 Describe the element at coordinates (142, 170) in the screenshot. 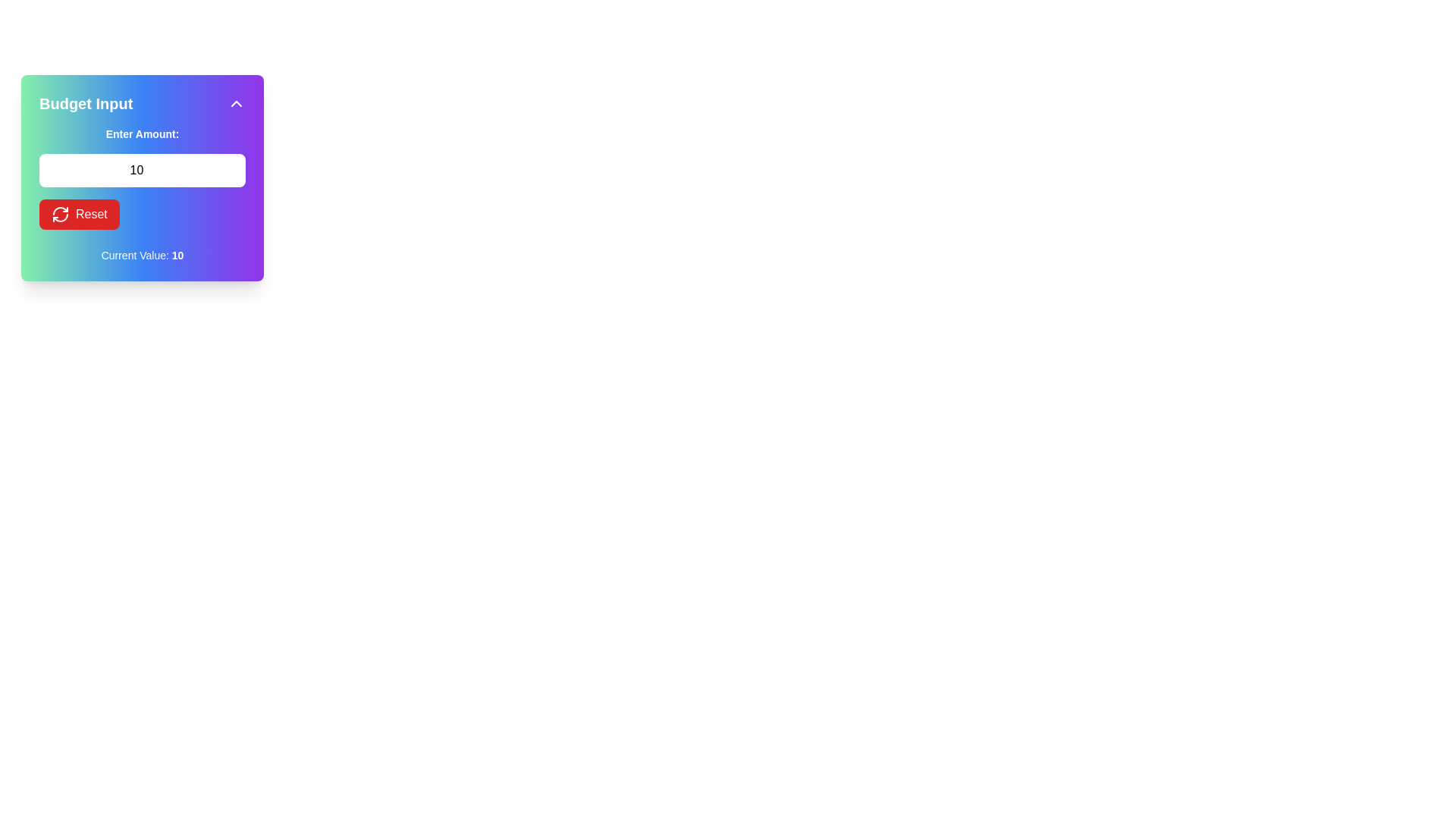

I see `the number input field with rounded corners and a white border to focus on it` at that location.